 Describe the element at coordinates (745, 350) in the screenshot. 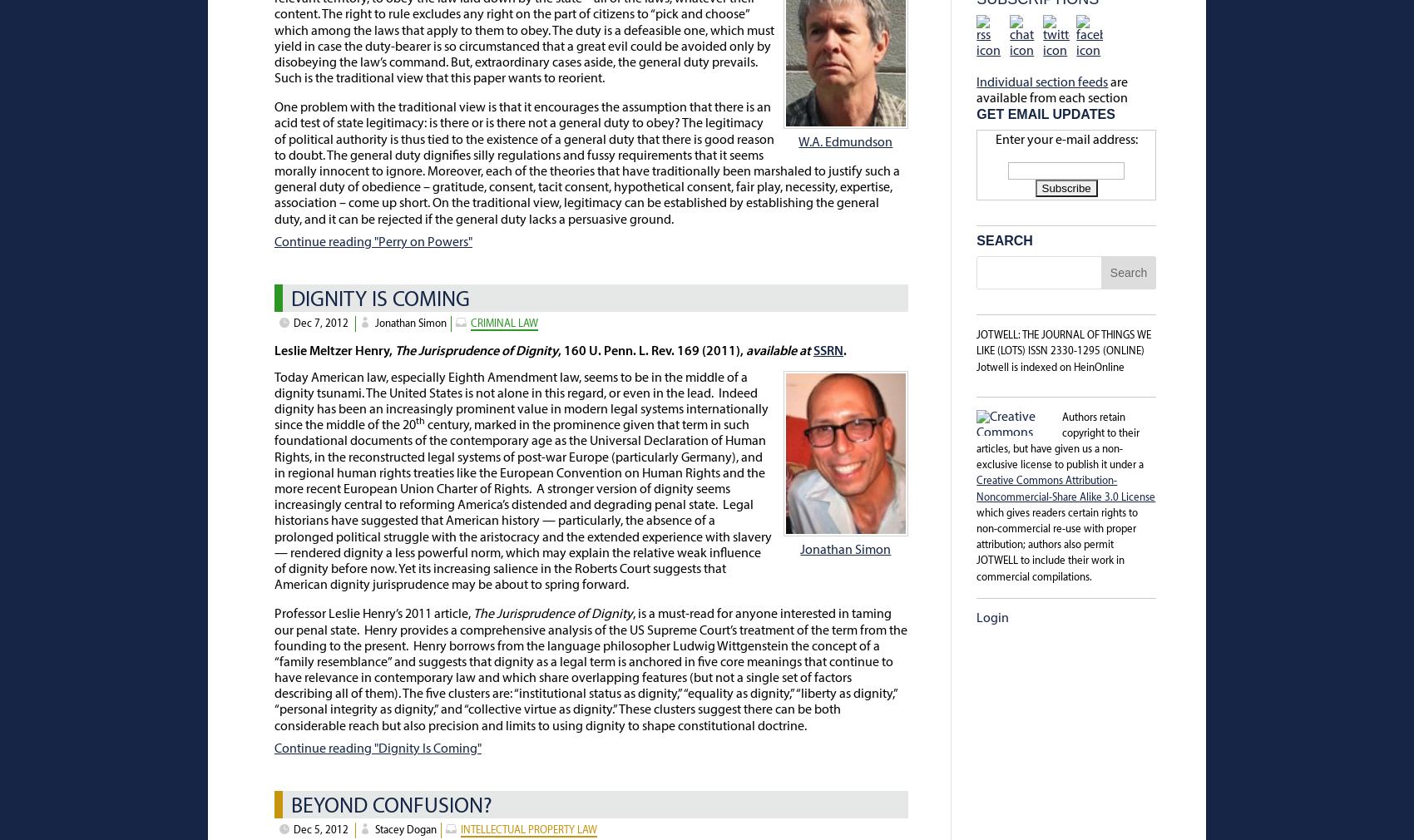

I see `'available at'` at that location.